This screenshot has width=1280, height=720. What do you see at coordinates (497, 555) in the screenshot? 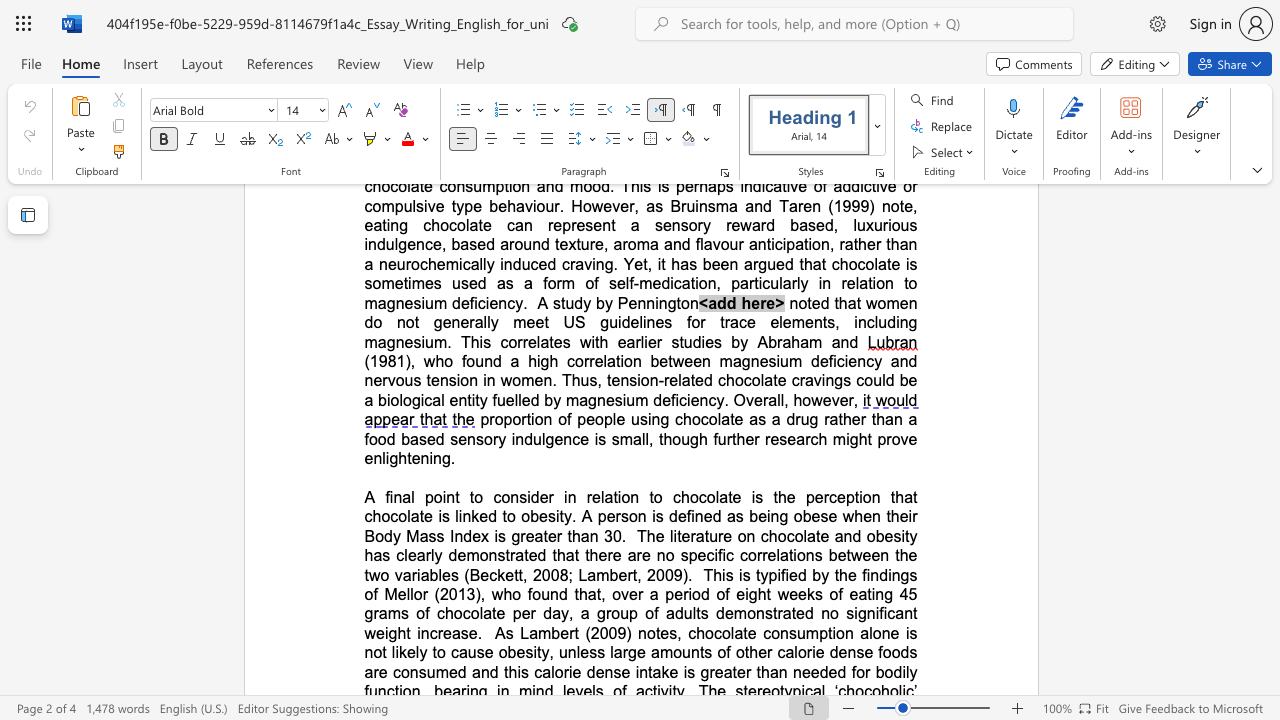
I see `the subset text "st" within the text "demonstrated"` at bounding box center [497, 555].